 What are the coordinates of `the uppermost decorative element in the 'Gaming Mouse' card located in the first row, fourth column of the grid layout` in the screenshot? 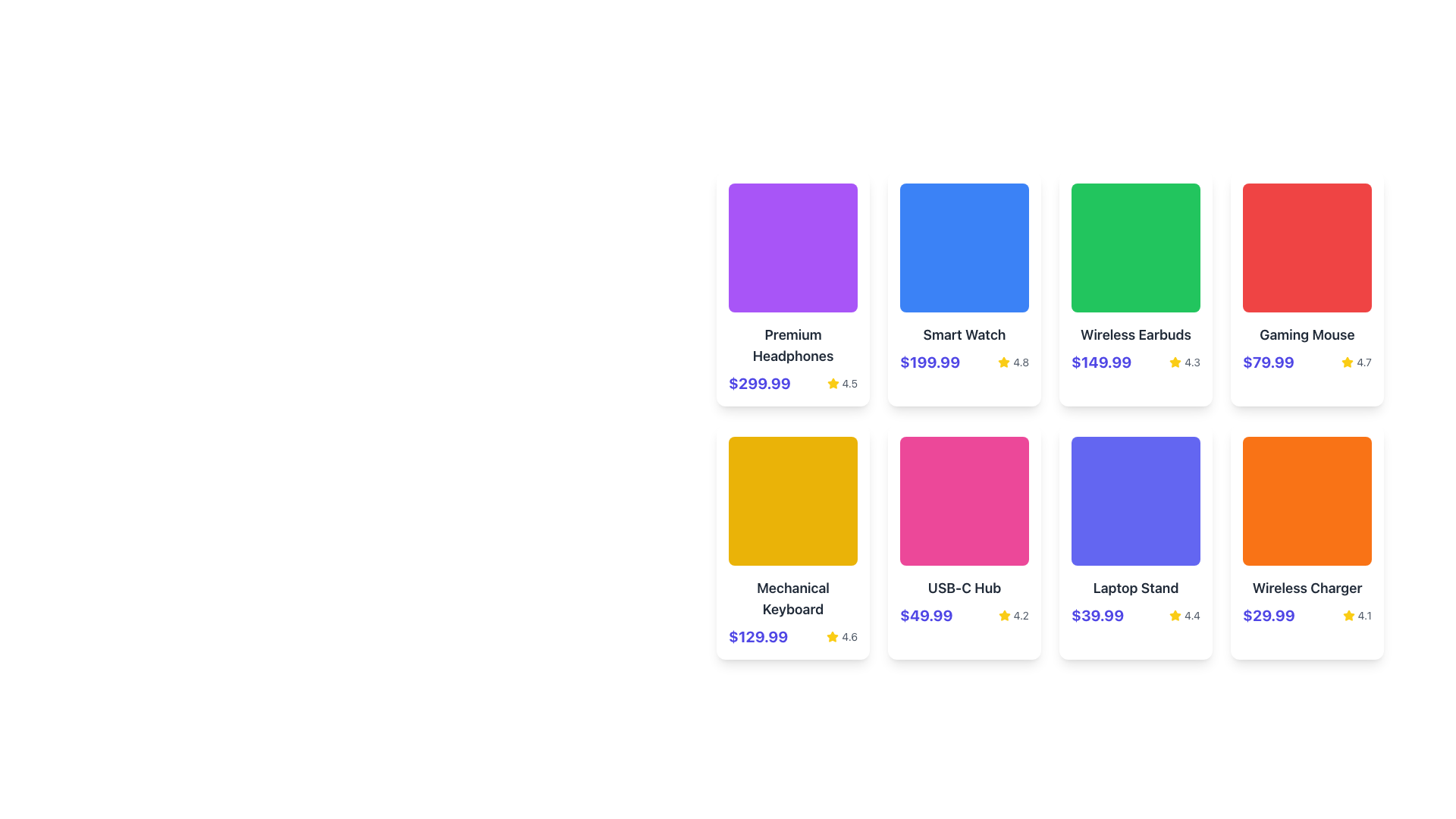 It's located at (1306, 247).